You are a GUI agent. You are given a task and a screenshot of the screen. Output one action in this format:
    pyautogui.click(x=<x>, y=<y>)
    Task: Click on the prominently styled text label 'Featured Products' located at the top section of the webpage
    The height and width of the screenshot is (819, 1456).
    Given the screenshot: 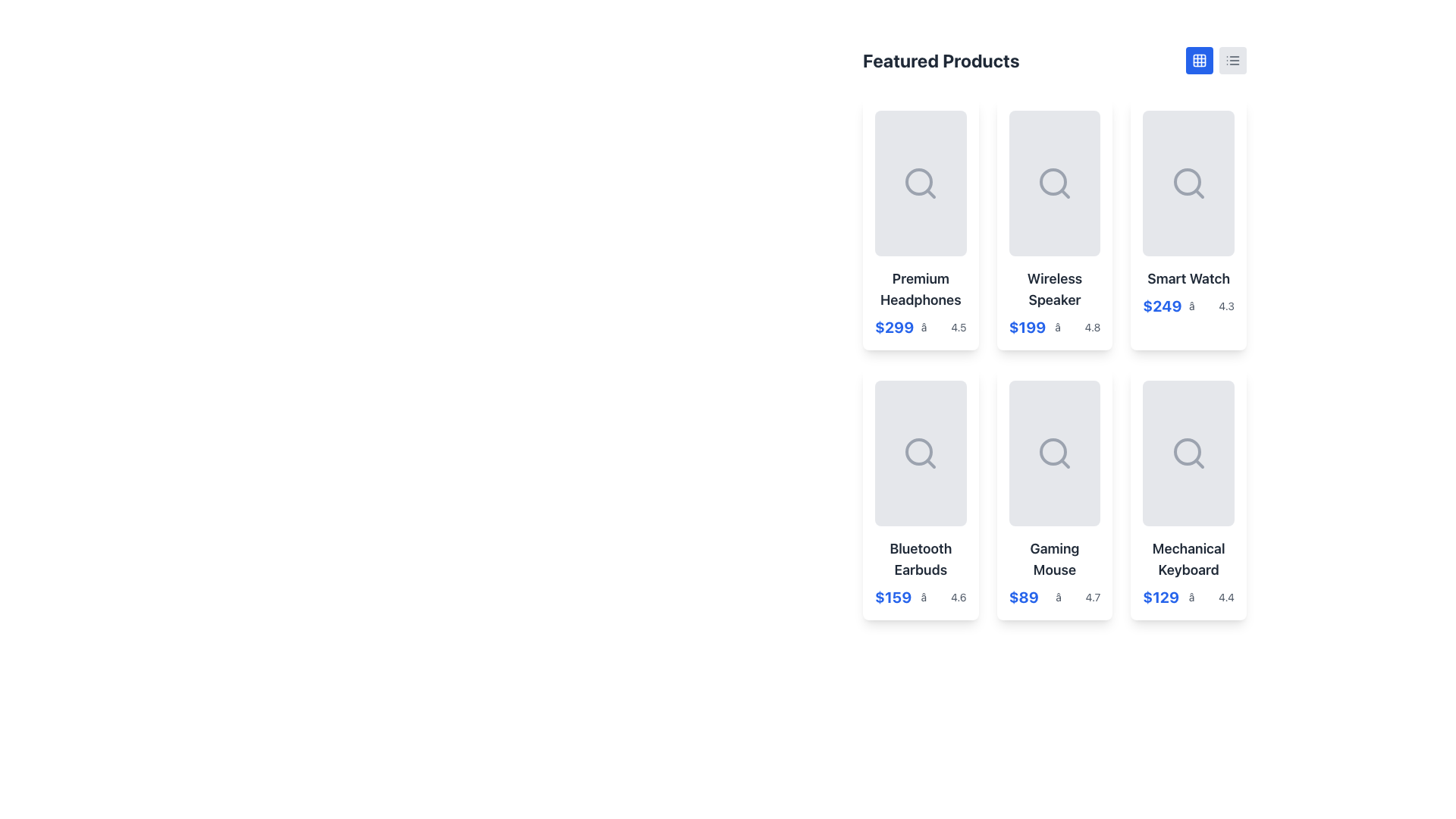 What is the action you would take?
    pyautogui.click(x=940, y=60)
    